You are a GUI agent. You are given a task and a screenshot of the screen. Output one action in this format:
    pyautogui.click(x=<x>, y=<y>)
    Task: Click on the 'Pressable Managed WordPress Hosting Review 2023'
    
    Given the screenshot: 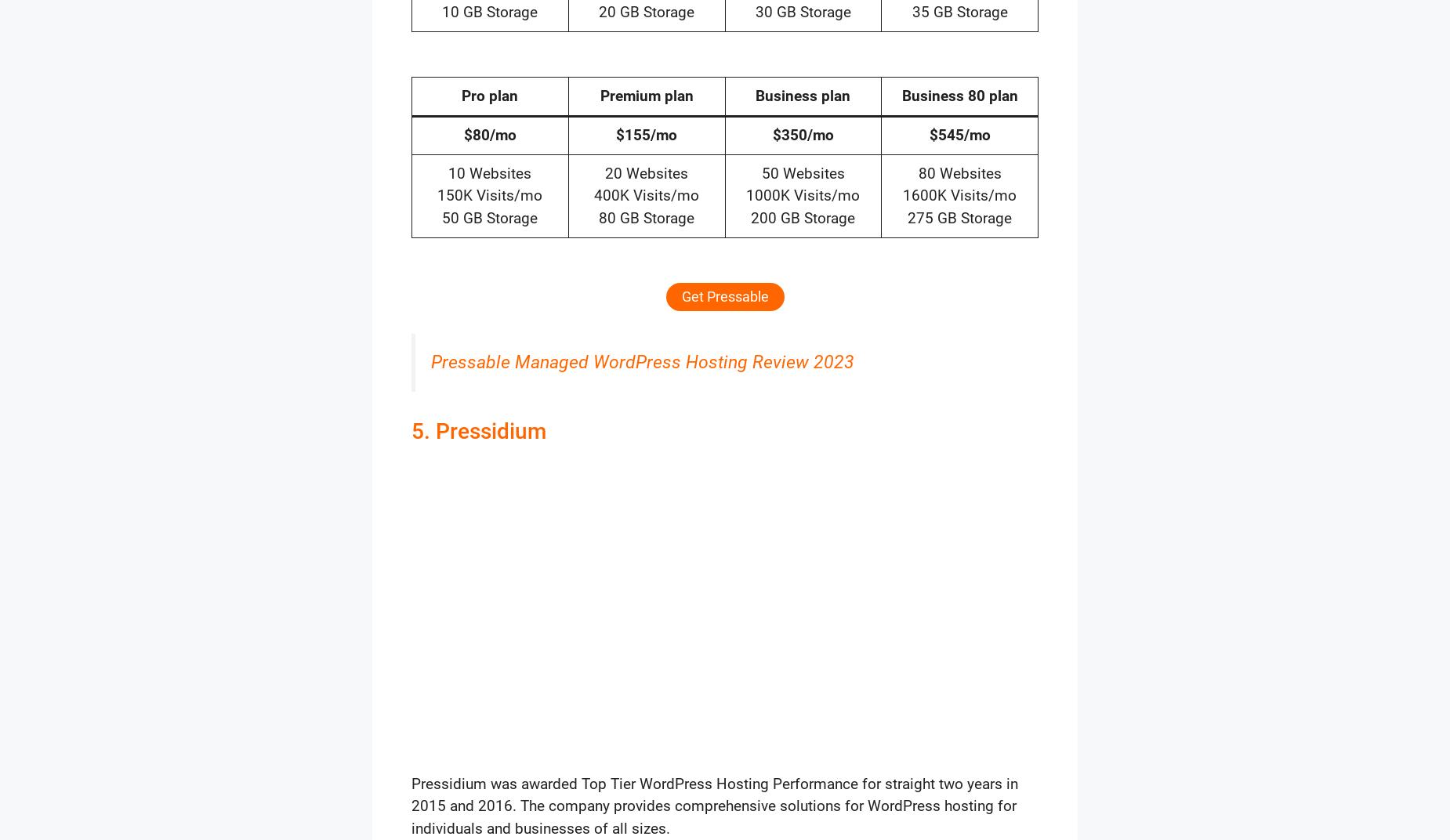 What is the action you would take?
    pyautogui.click(x=642, y=360)
    